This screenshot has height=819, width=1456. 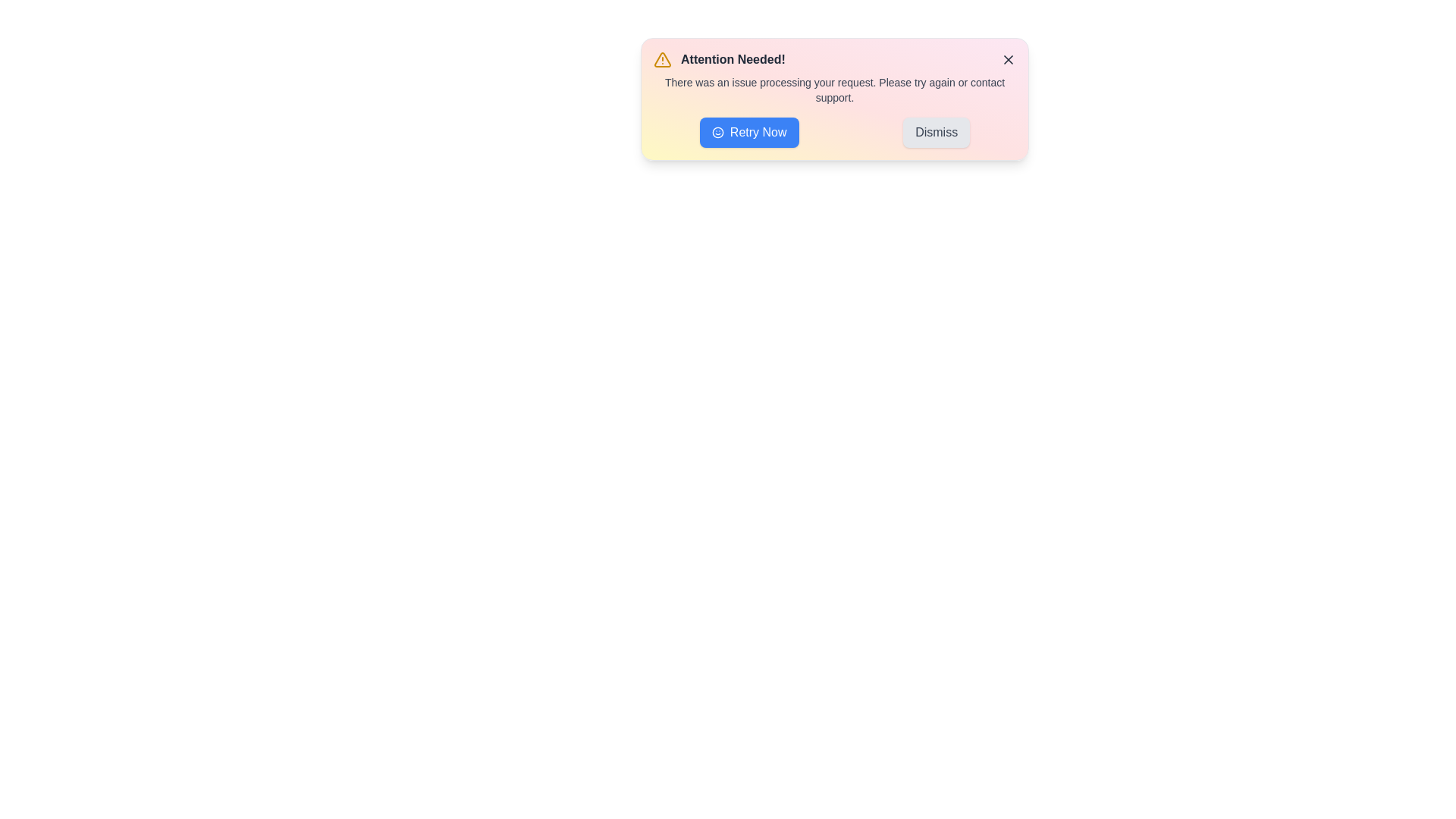 I want to click on the 'Retry Now' button to retry the operation, so click(x=749, y=131).